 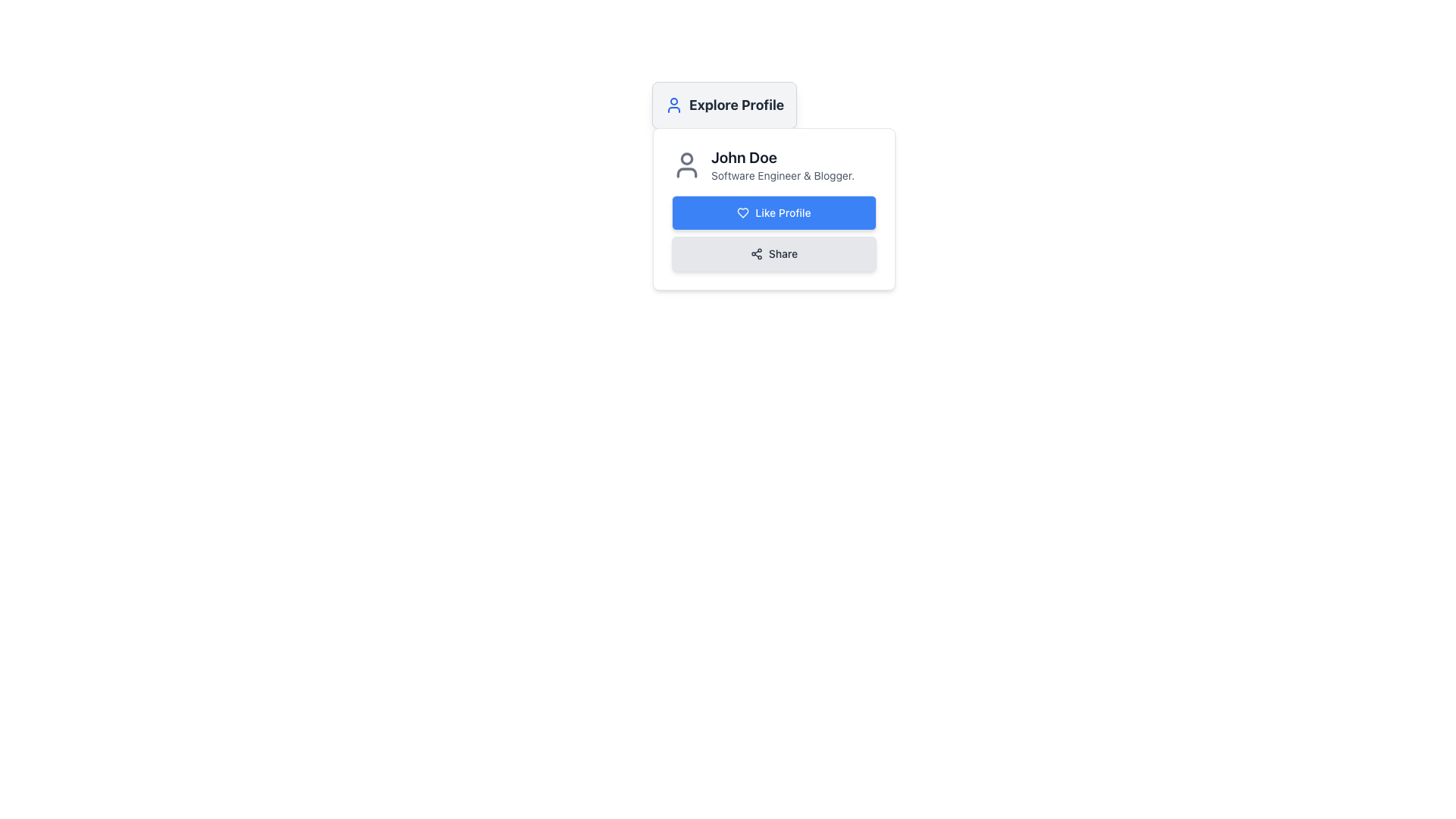 I want to click on the heart icon located in the center of the blue rectangular button labeled 'Like Profile' to like the associated profile, so click(x=743, y=213).